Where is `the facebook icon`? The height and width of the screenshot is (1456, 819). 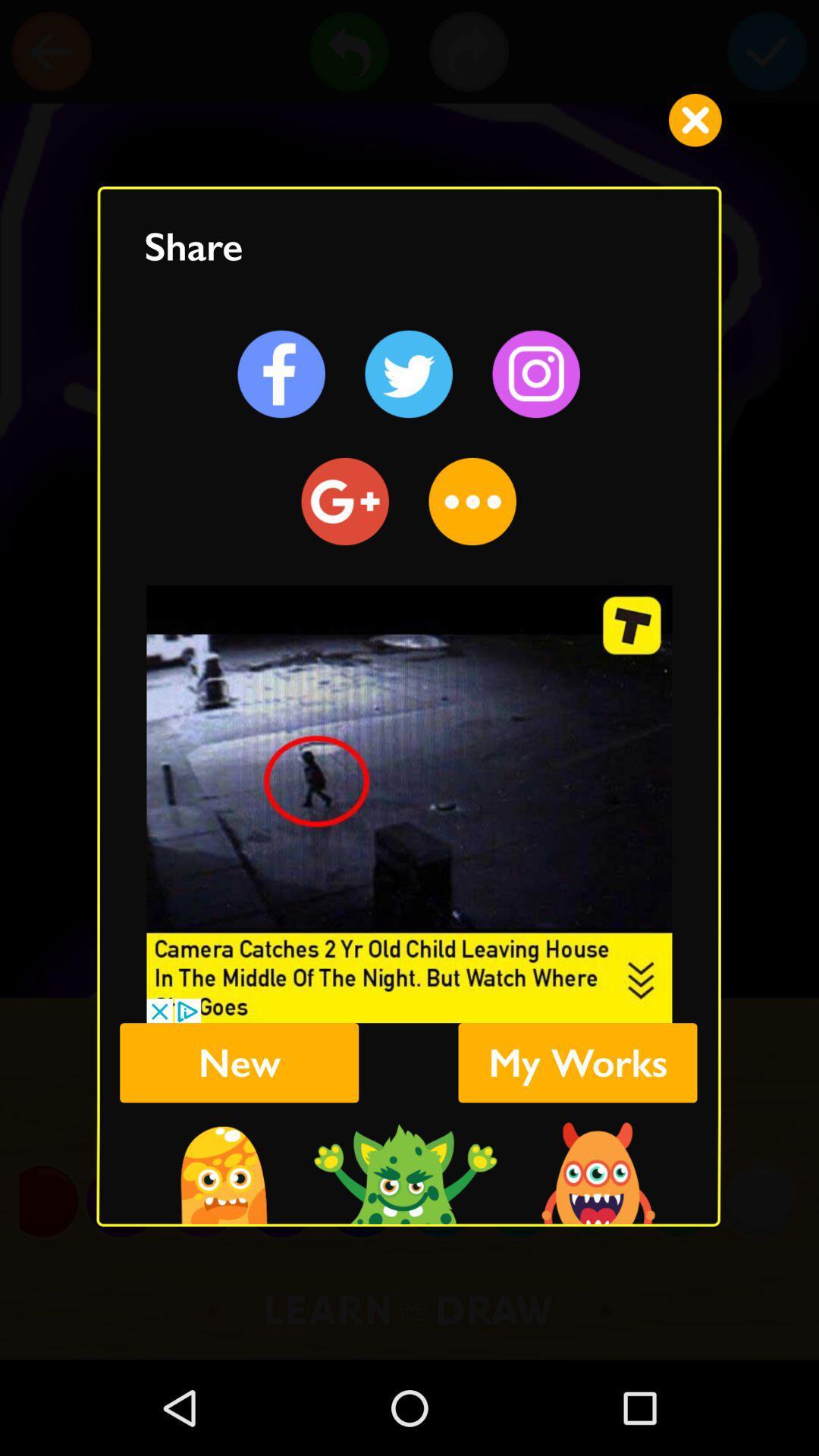 the facebook icon is located at coordinates (281, 374).